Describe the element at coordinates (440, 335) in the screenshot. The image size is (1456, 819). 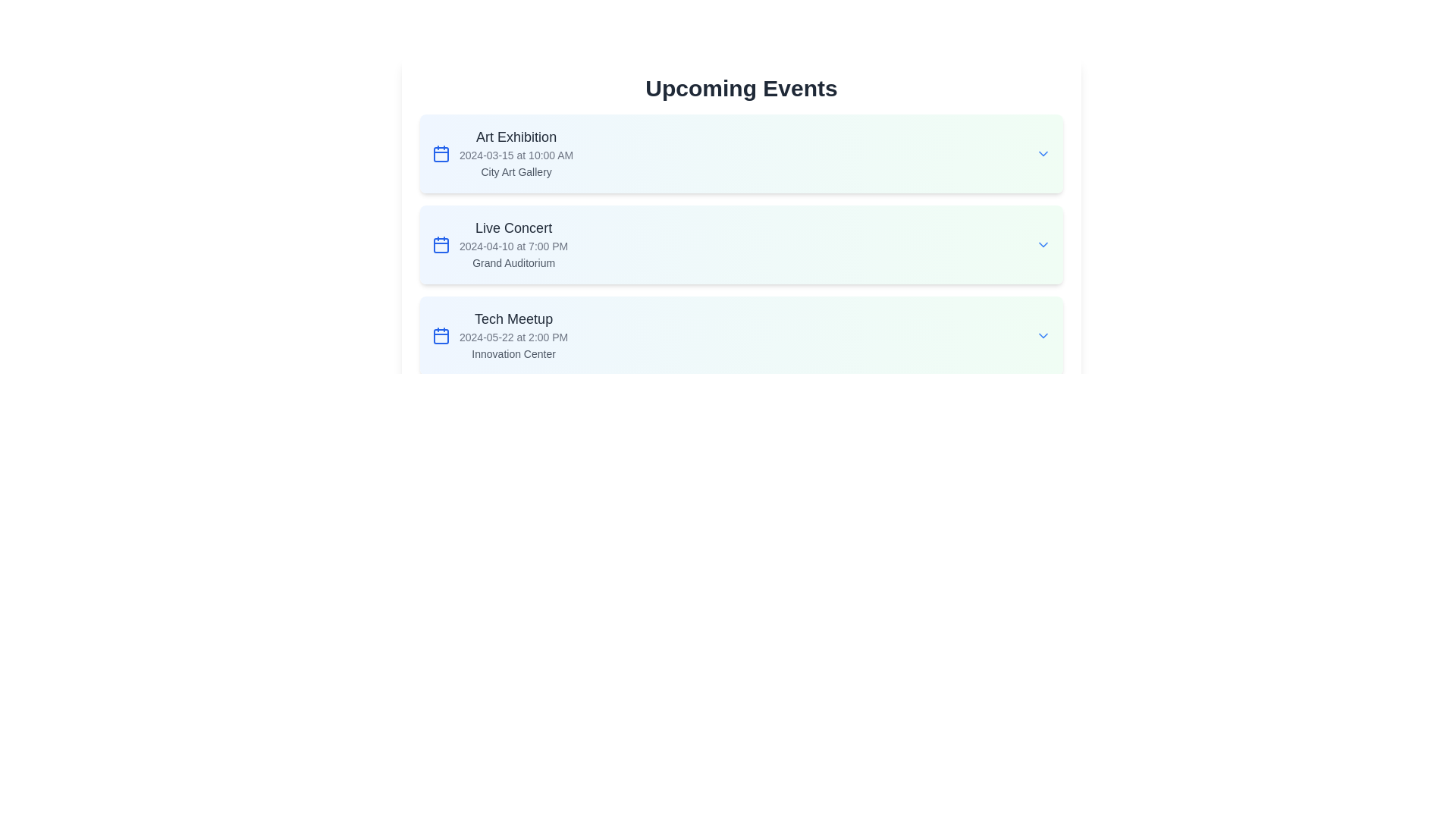
I see `the calendar icon representing the date and time for the 'Tech Meetup' event in the 'Upcoming Events' list` at that location.